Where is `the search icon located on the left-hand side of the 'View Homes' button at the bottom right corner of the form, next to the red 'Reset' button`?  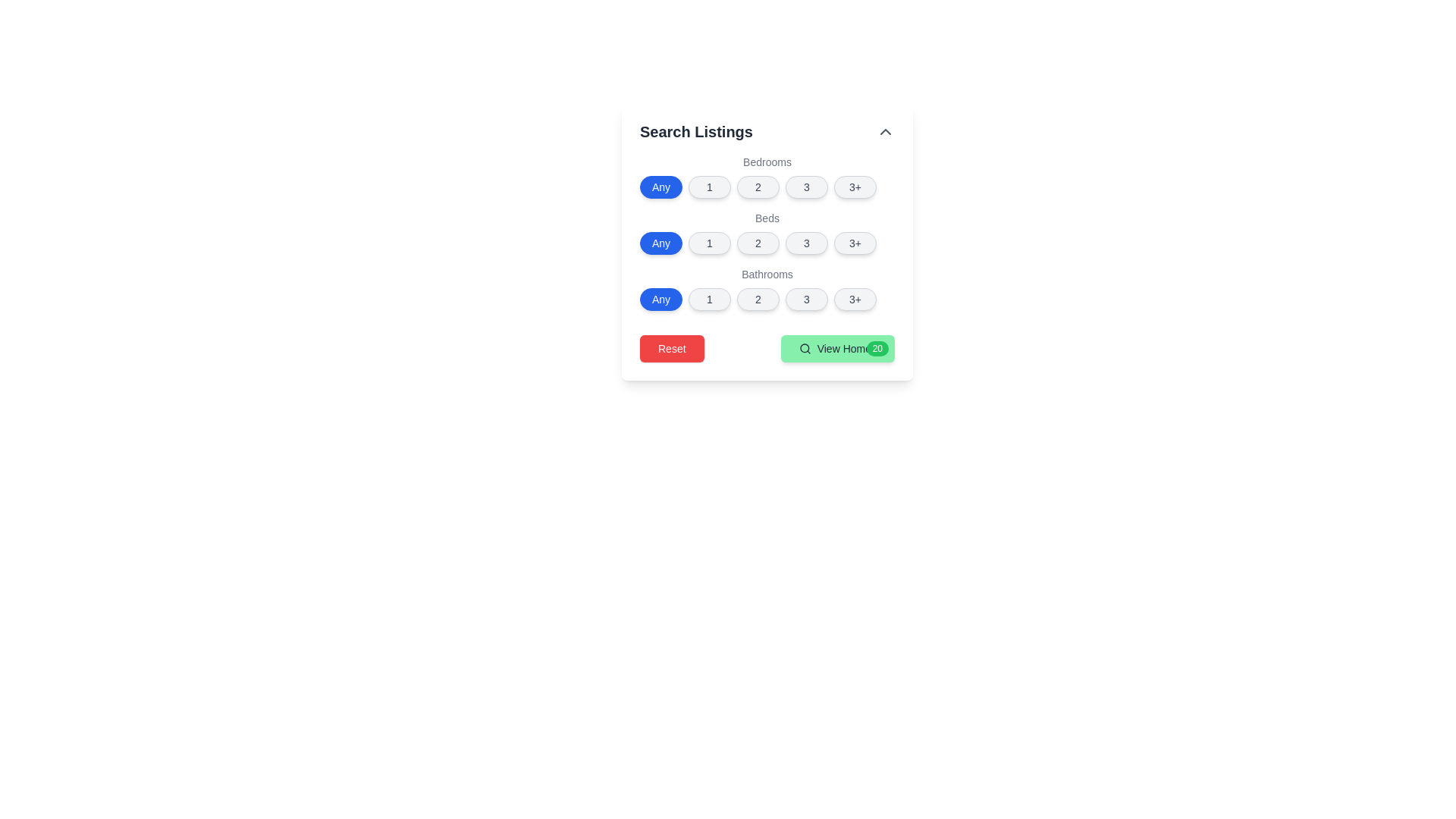 the search icon located on the left-hand side of the 'View Homes' button at the bottom right corner of the form, next to the red 'Reset' button is located at coordinates (804, 348).